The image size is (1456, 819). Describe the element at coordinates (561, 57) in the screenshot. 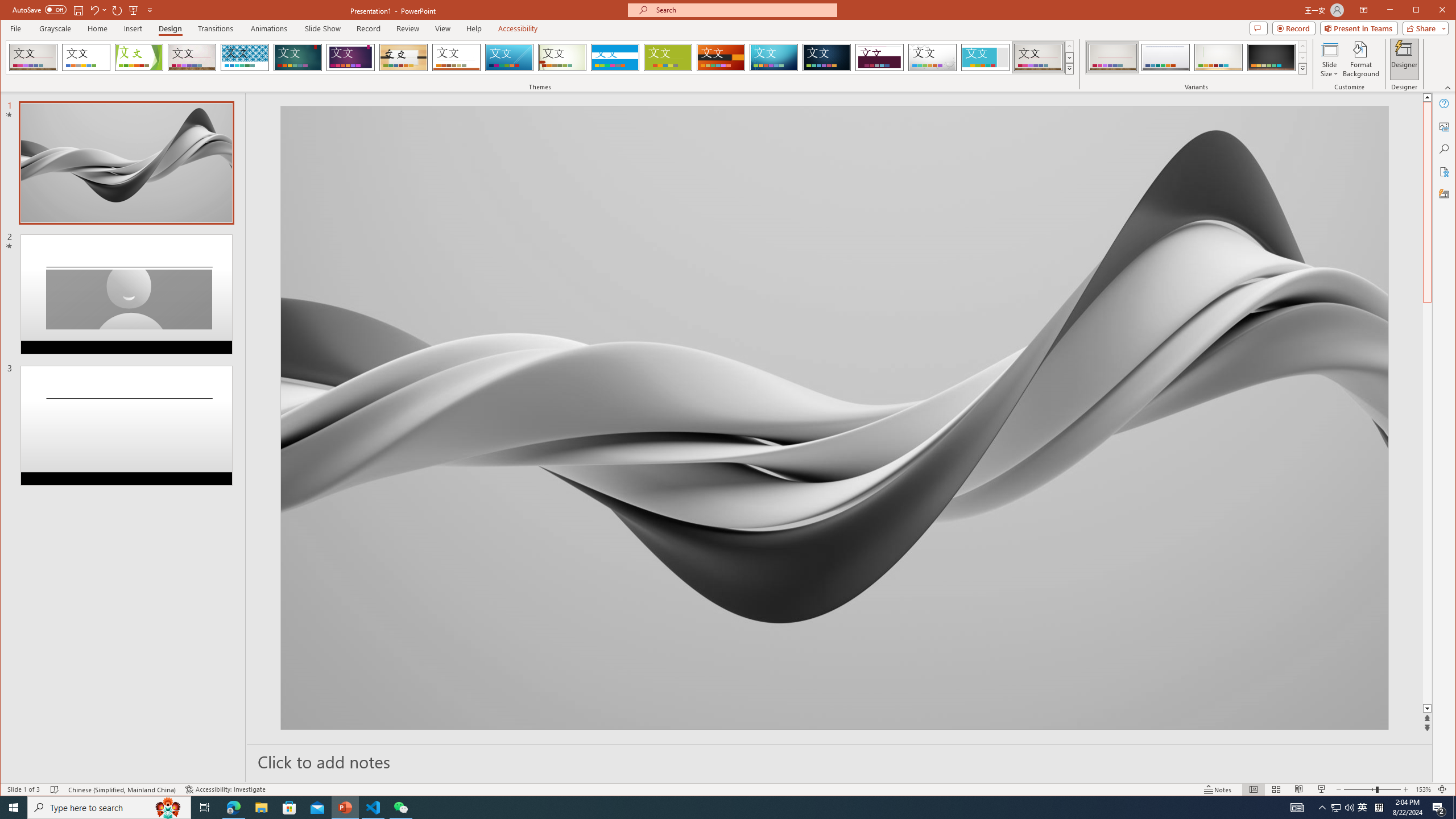

I see `'Wisp'` at that location.